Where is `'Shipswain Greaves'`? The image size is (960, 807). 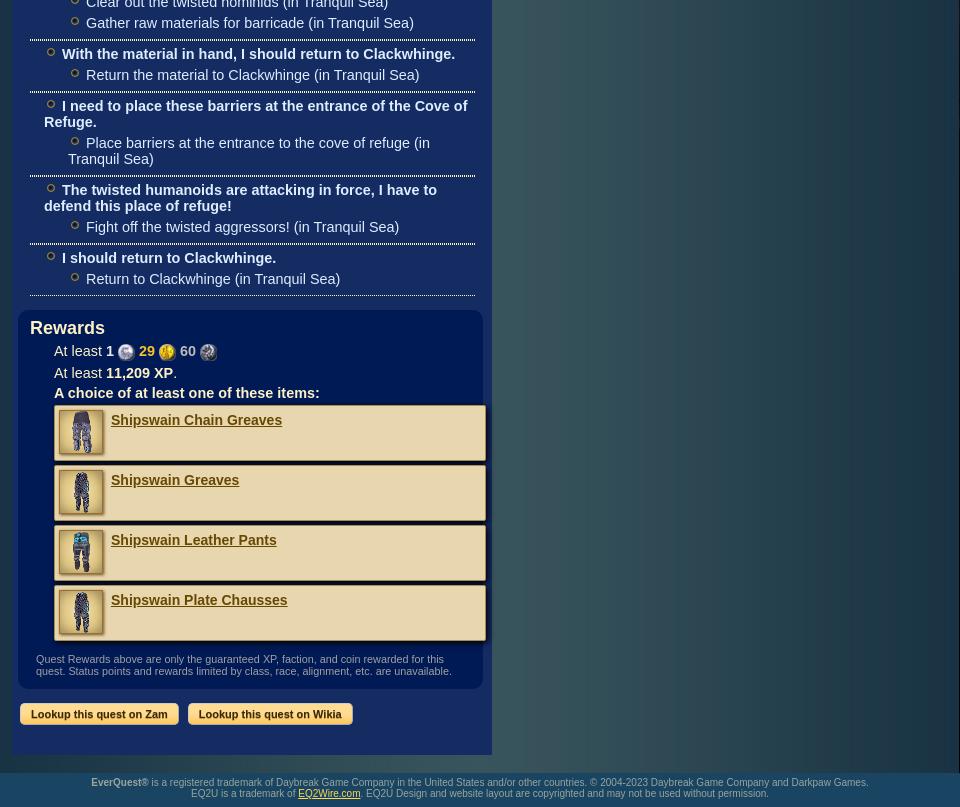 'Shipswain Greaves' is located at coordinates (174, 478).